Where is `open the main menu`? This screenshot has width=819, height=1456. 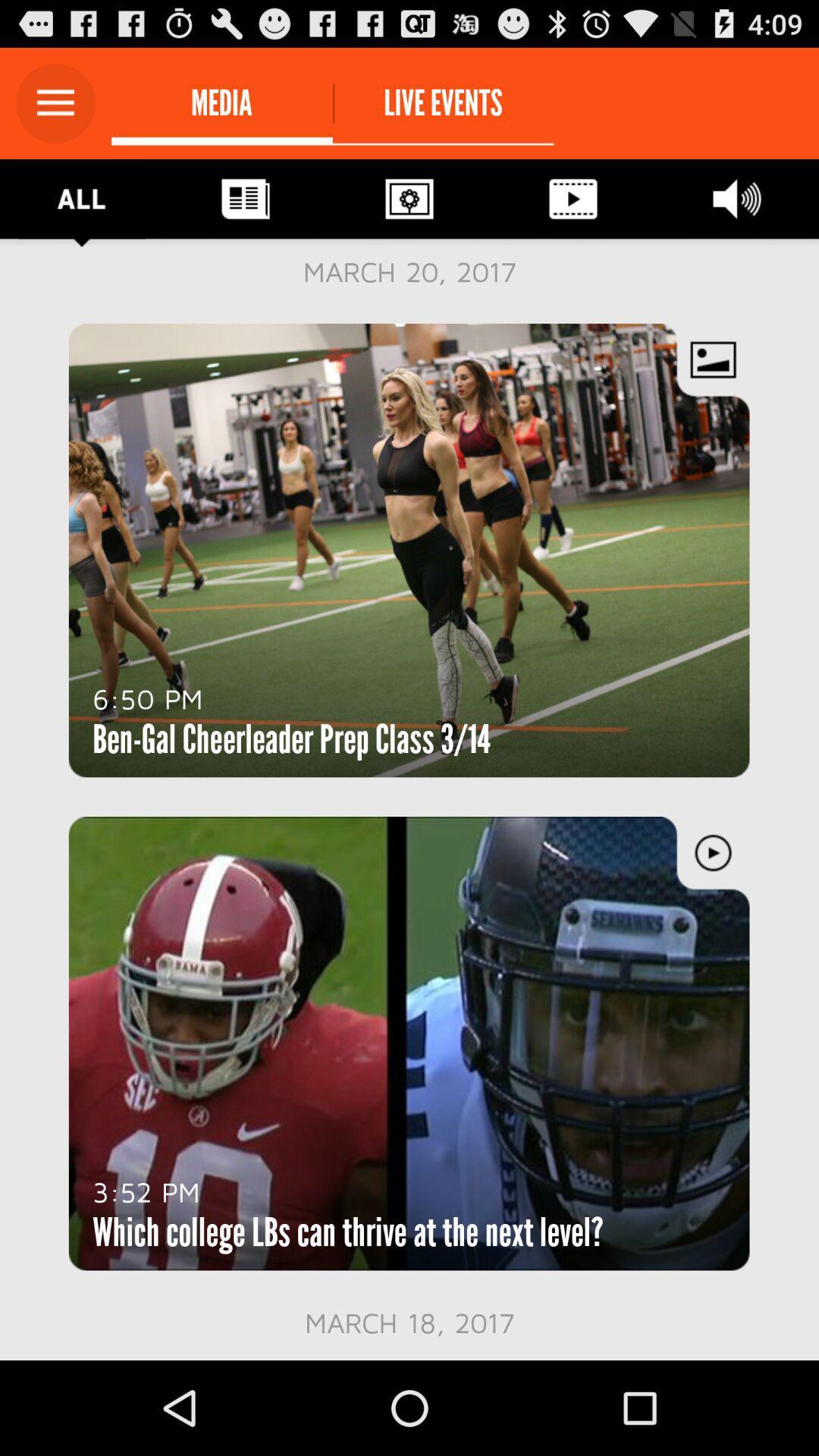 open the main menu is located at coordinates (55, 102).